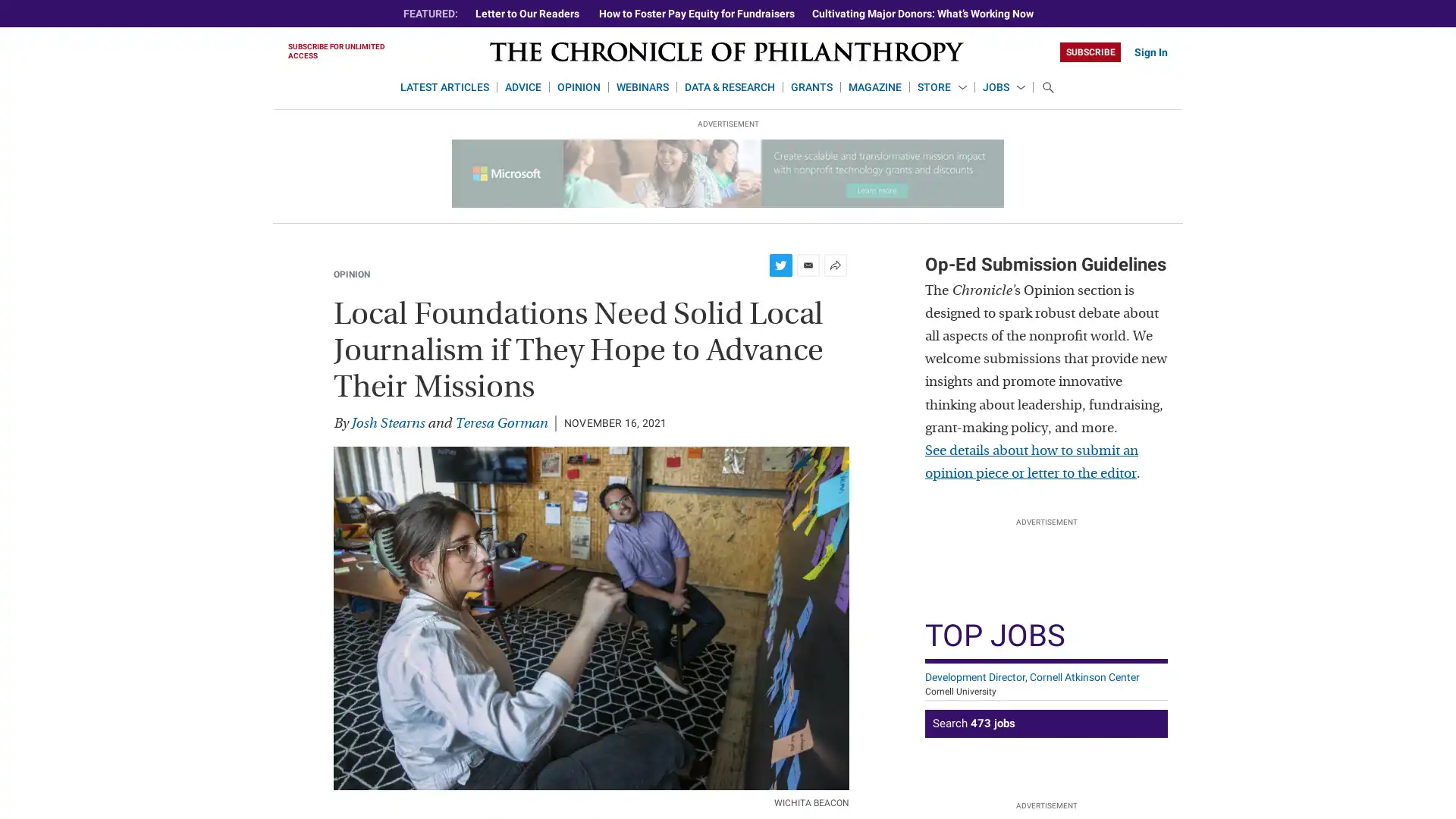  I want to click on Open Sub Navigation, so click(1020, 88).